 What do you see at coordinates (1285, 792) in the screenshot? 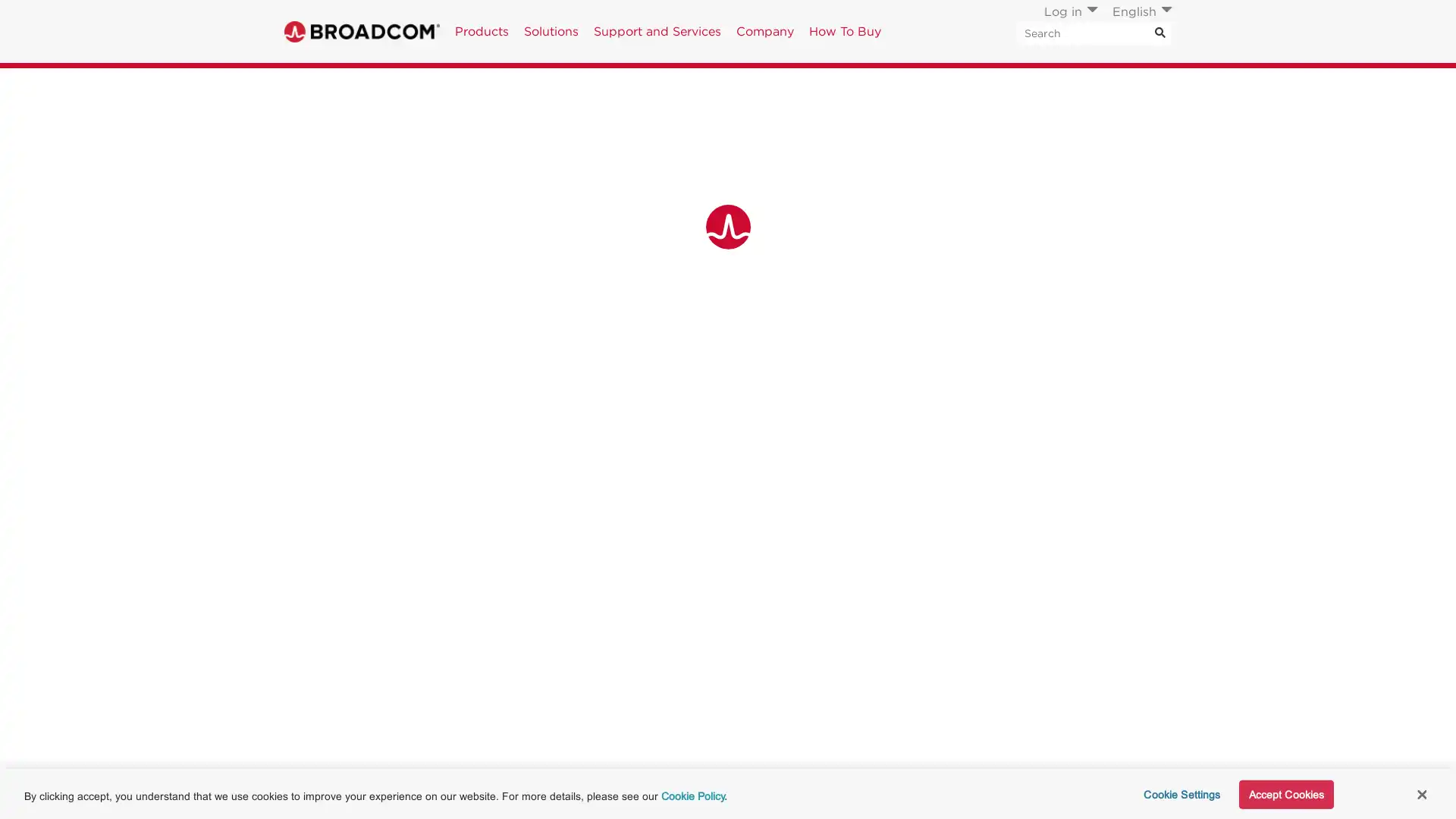
I see `Accept Cookies` at bounding box center [1285, 792].